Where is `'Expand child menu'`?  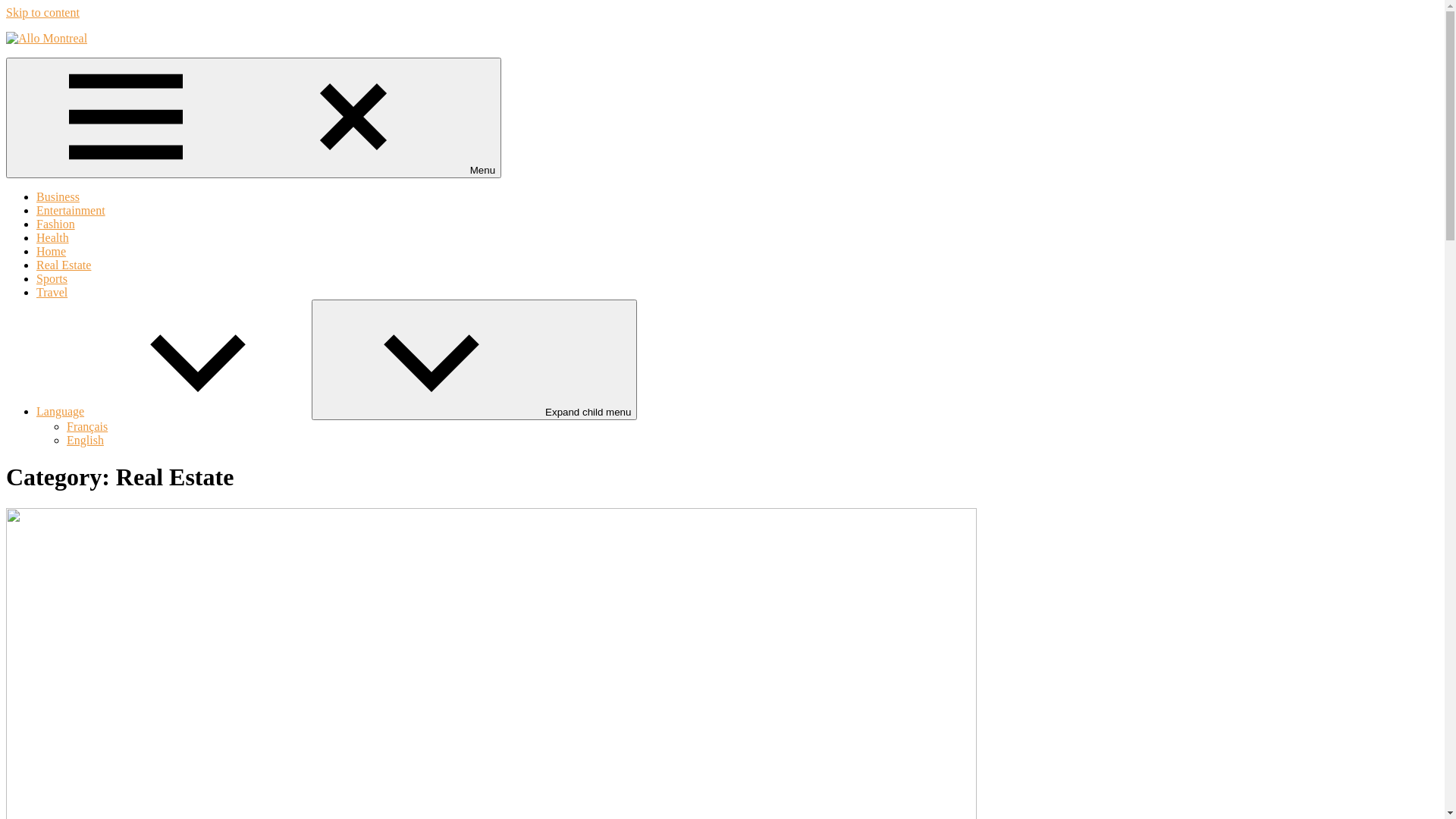
'Expand child menu' is located at coordinates (311, 359).